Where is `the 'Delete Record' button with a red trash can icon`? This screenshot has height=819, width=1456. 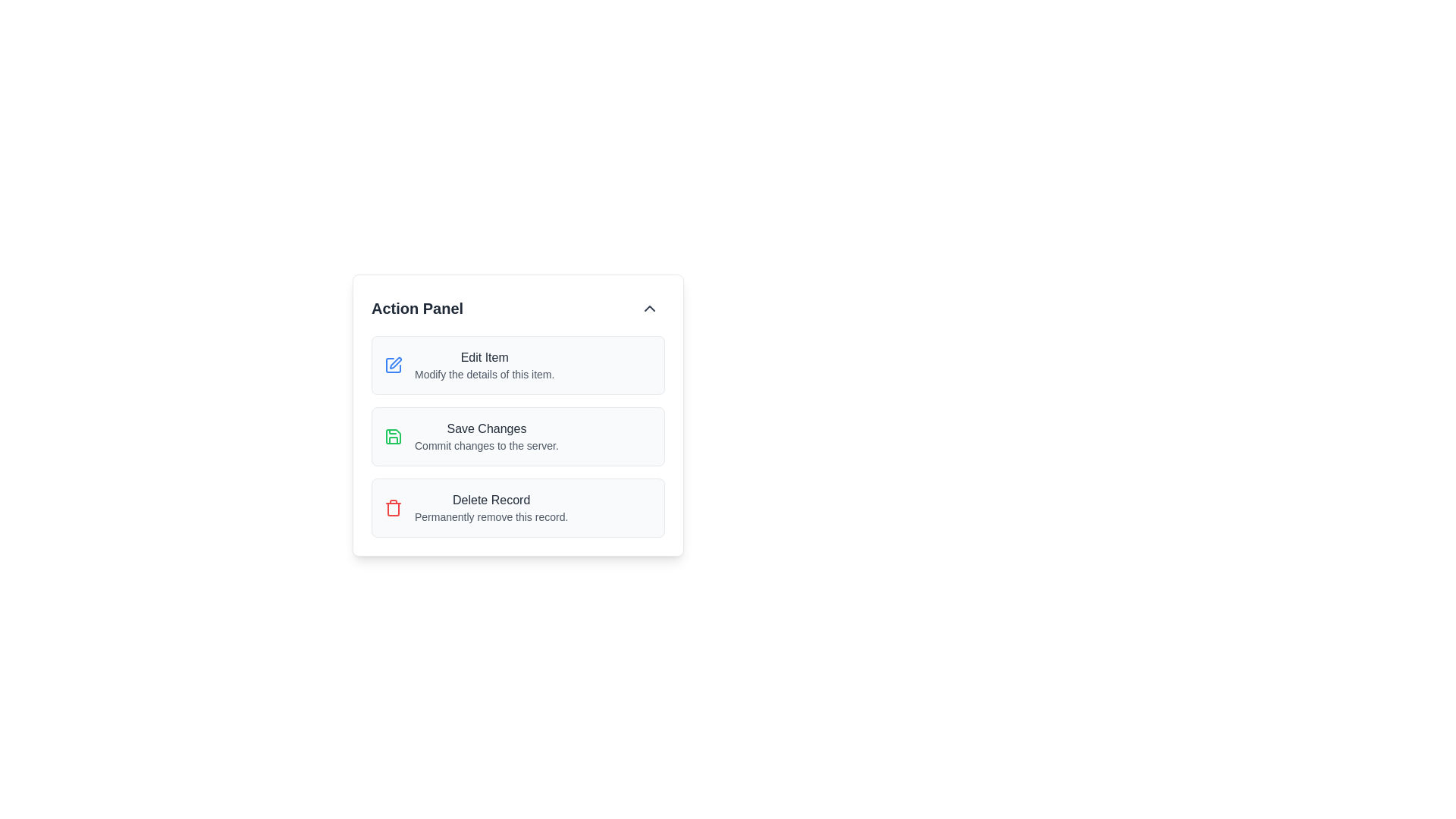 the 'Delete Record' button with a red trash can icon is located at coordinates (518, 508).